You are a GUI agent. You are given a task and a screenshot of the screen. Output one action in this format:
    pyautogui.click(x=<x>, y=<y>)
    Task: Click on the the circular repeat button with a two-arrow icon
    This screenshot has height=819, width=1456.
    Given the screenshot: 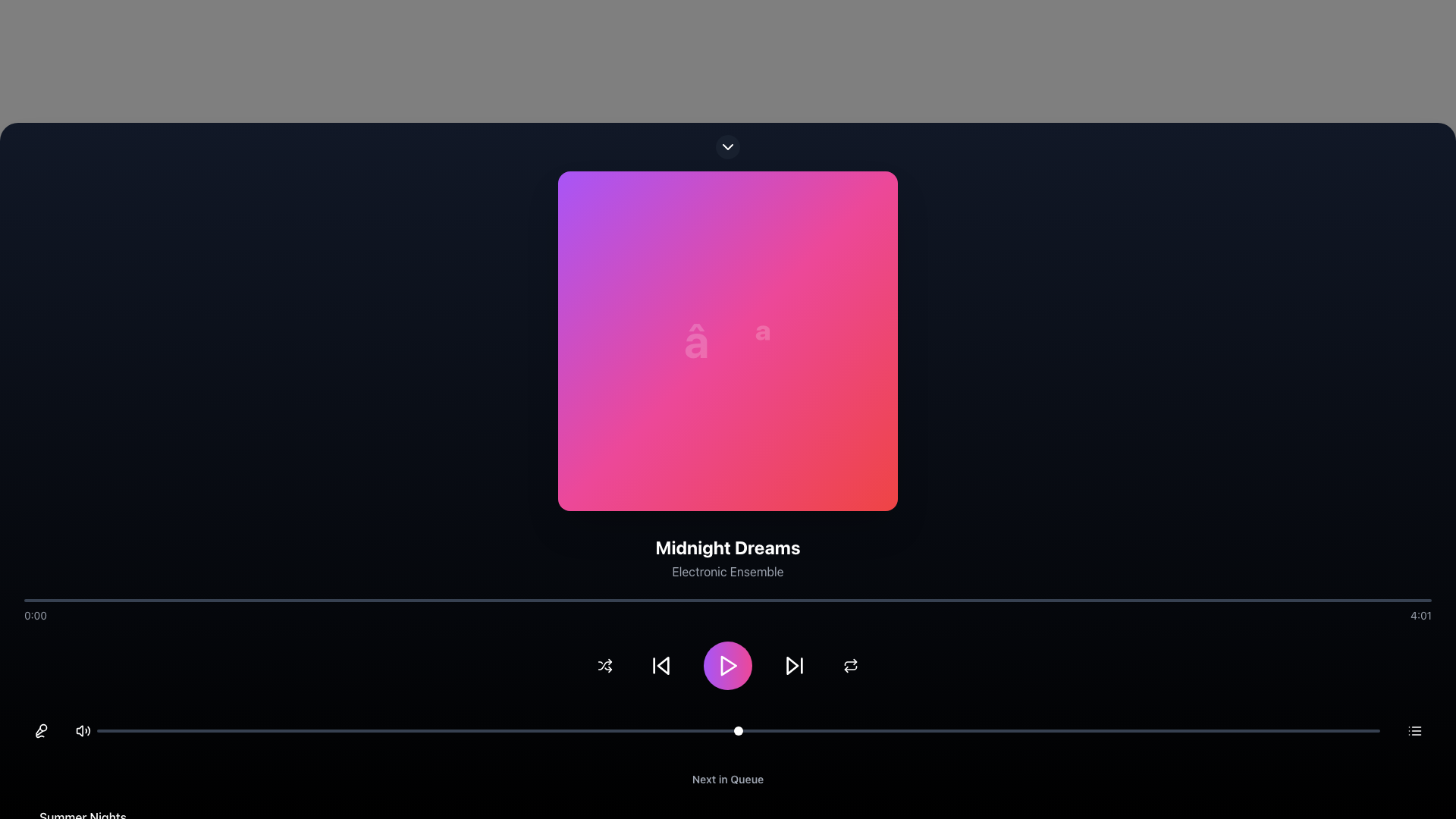 What is the action you would take?
    pyautogui.click(x=851, y=665)
    